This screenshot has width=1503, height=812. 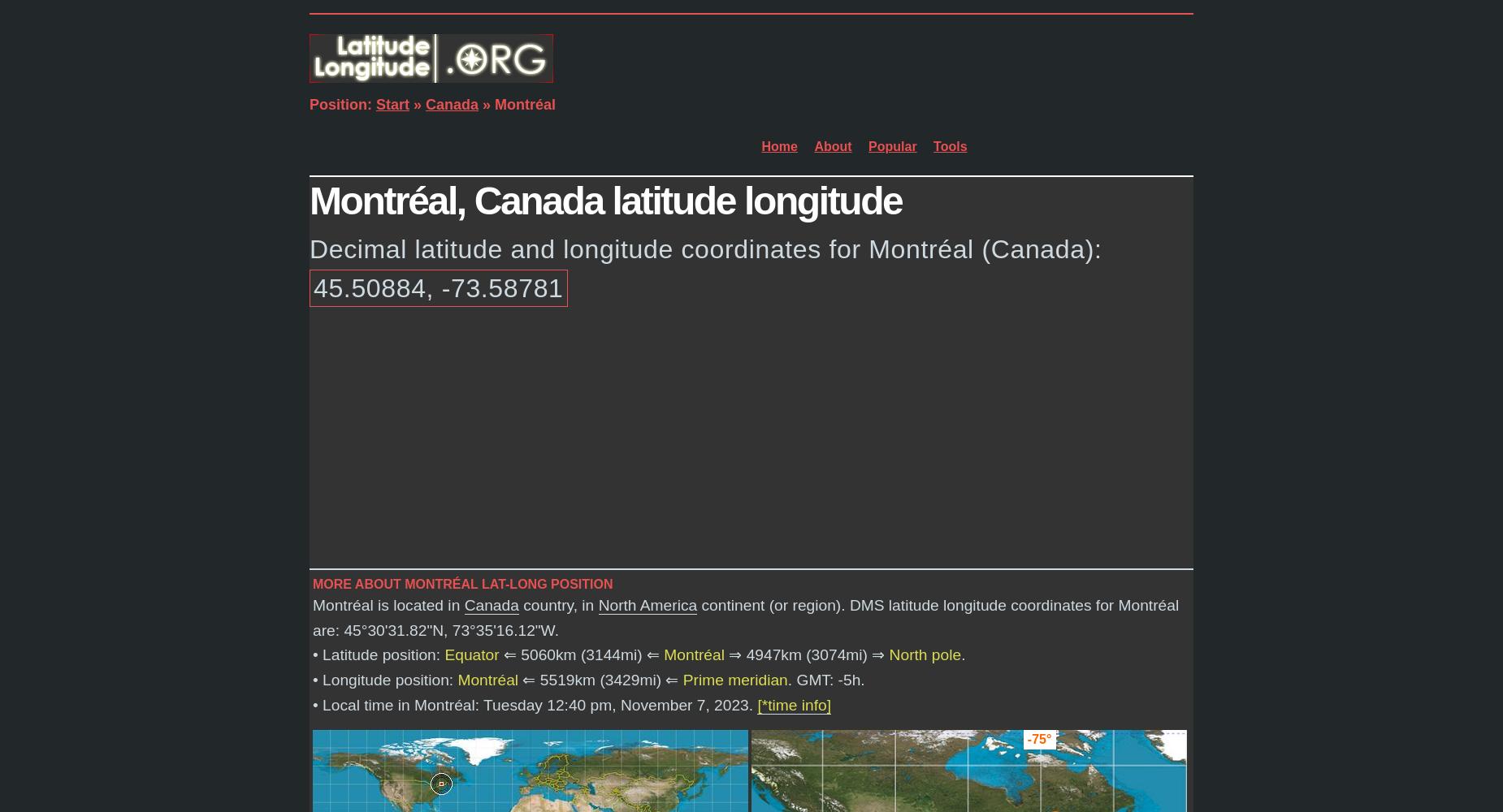 What do you see at coordinates (924, 654) in the screenshot?
I see `'North pole'` at bounding box center [924, 654].